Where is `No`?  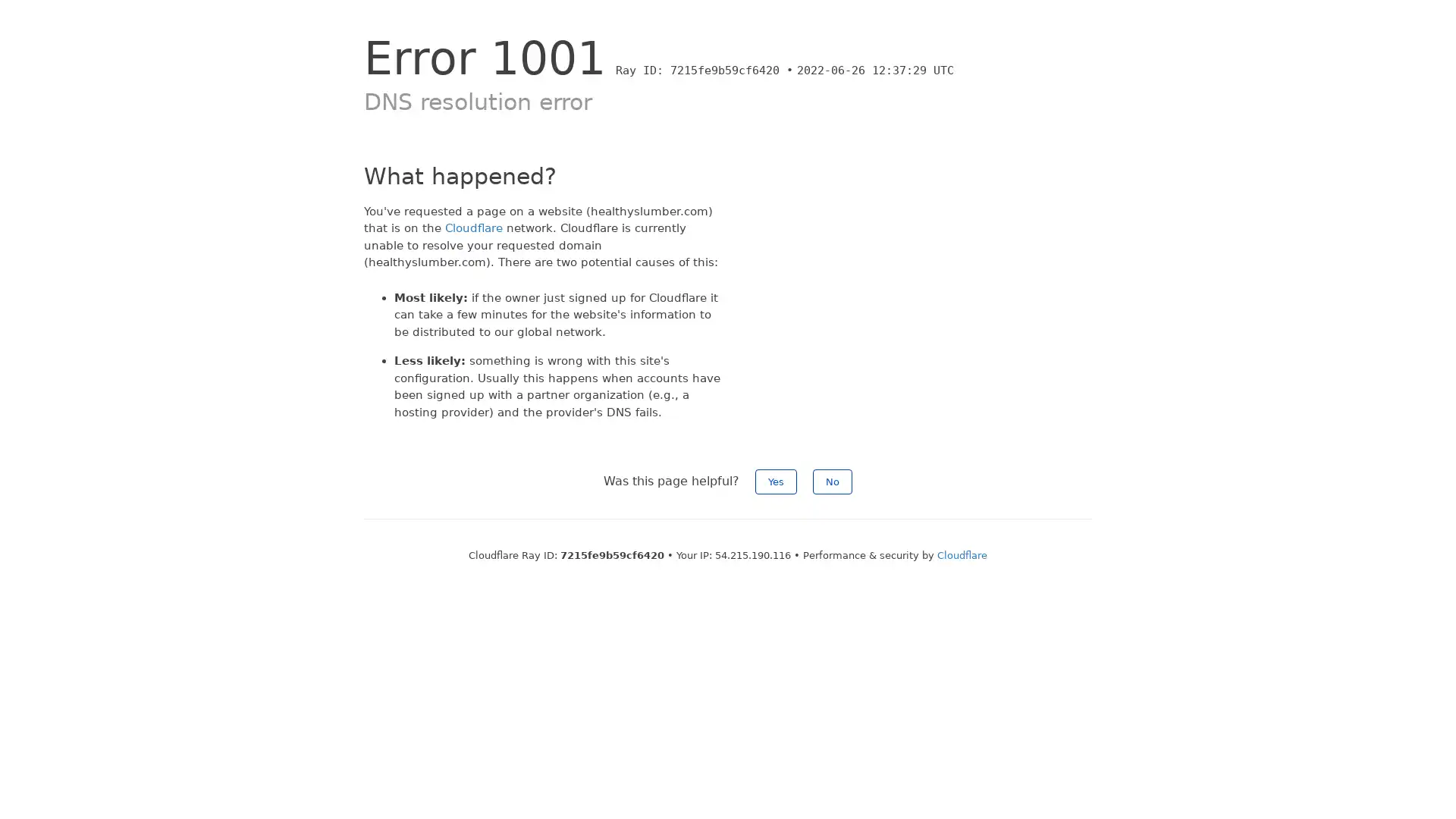
No is located at coordinates (832, 482).